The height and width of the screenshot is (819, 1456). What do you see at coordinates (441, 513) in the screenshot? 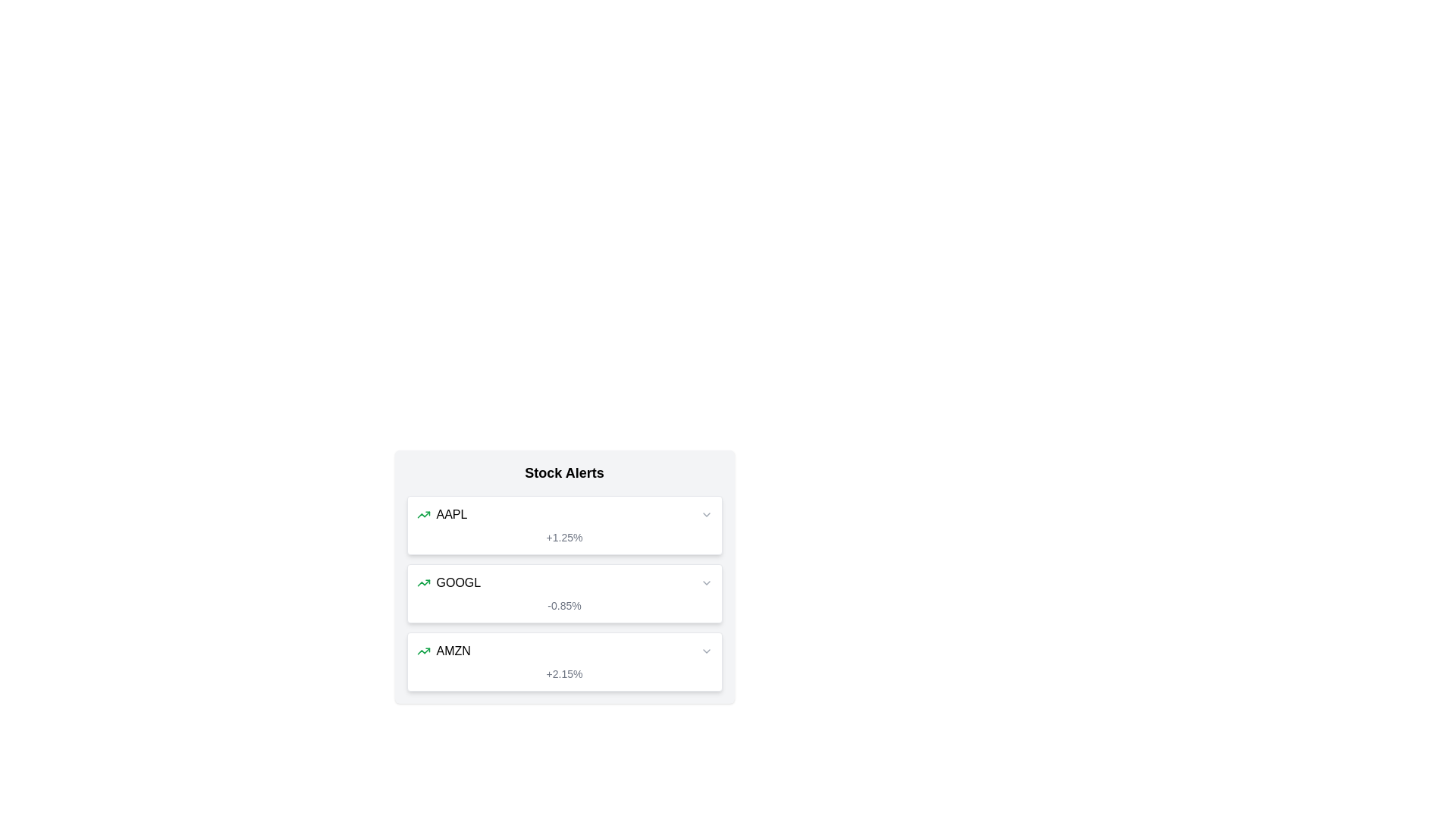
I see `the topmost list item in the 'Stock Alerts' card, which displays a green upward trending icon next to the bold text 'AAPL'` at bounding box center [441, 513].